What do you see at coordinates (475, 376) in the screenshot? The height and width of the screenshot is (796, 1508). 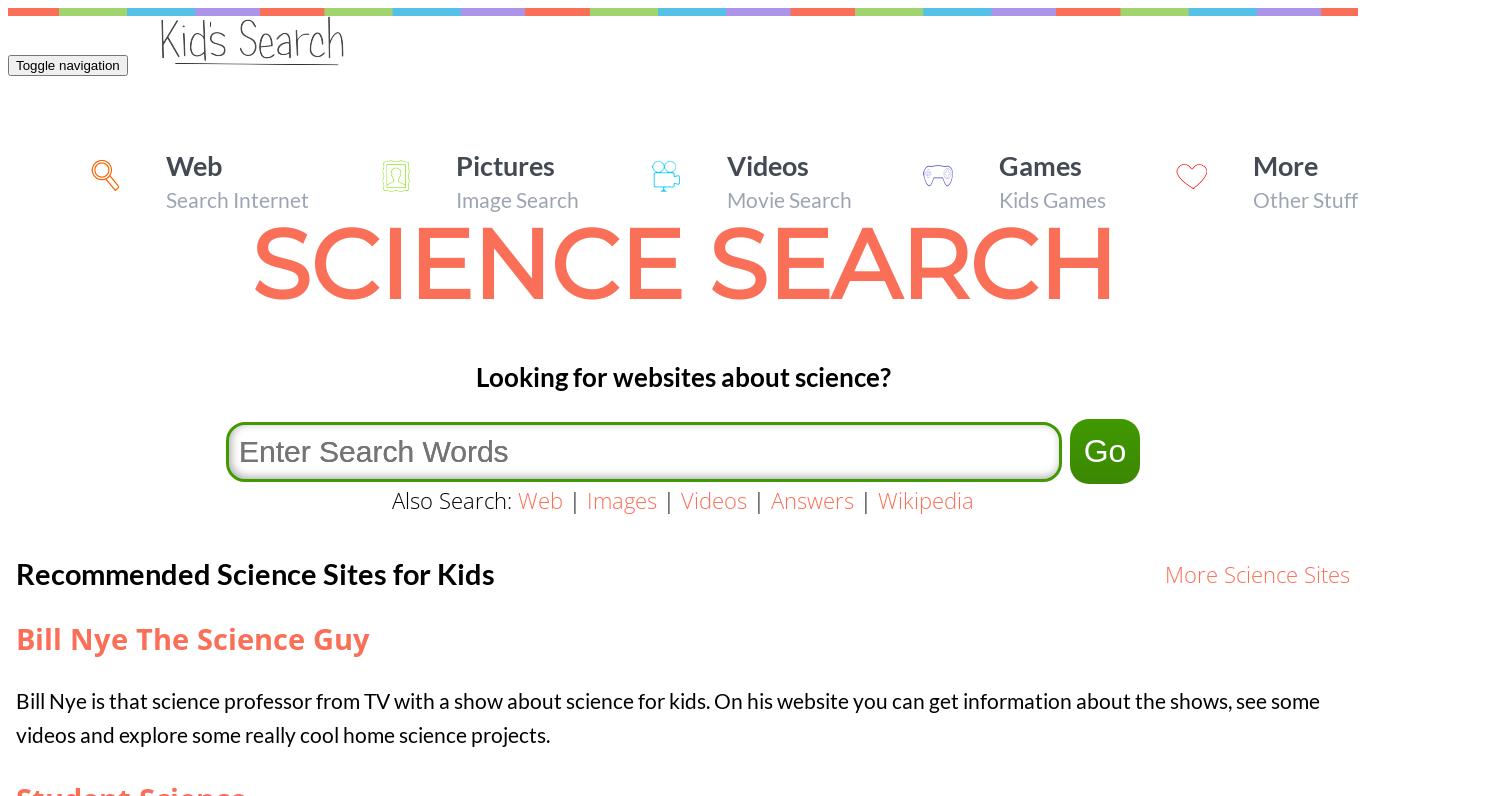 I see `'Looking for websites about science?'` at bounding box center [475, 376].